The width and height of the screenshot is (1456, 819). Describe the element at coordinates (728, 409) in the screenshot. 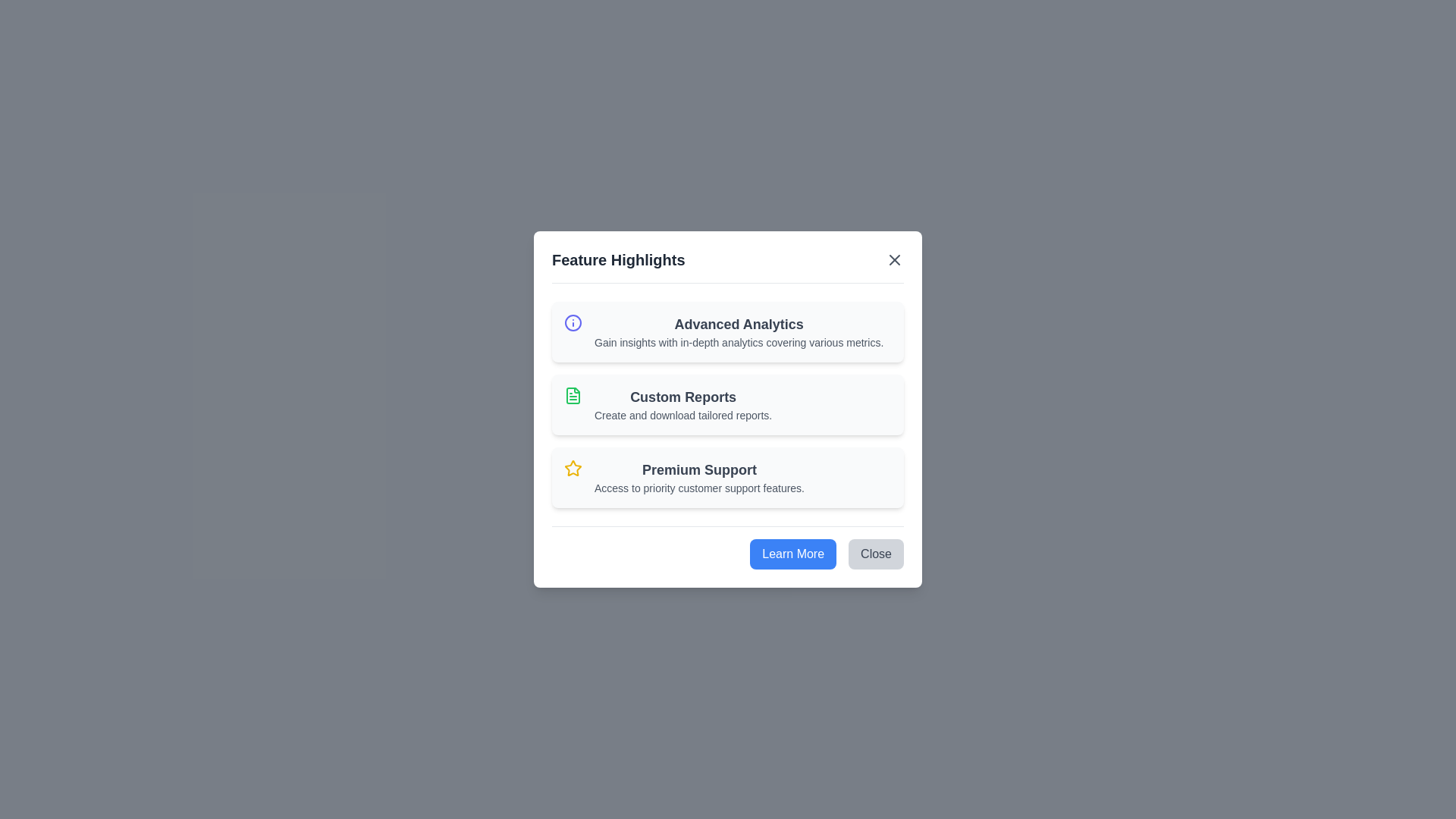

I see `text from the 'Custom Reports' feature card, which is the second card in a vertically stacked list within the centered modal, located below 'Advanced Analytics'` at that location.